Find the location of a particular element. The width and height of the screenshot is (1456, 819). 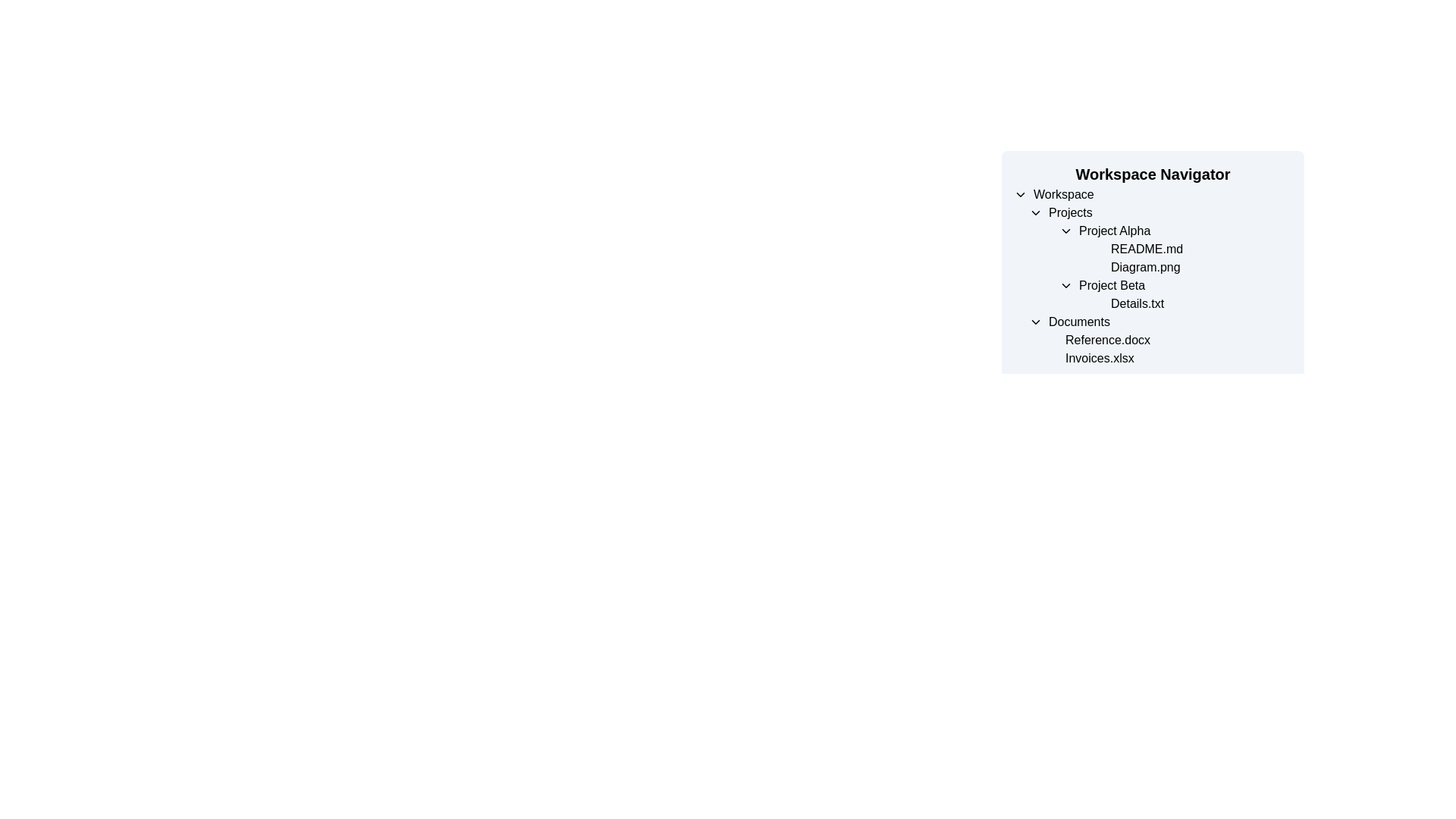

the text label displaying the filename 'Diagram.png' is located at coordinates (1145, 267).